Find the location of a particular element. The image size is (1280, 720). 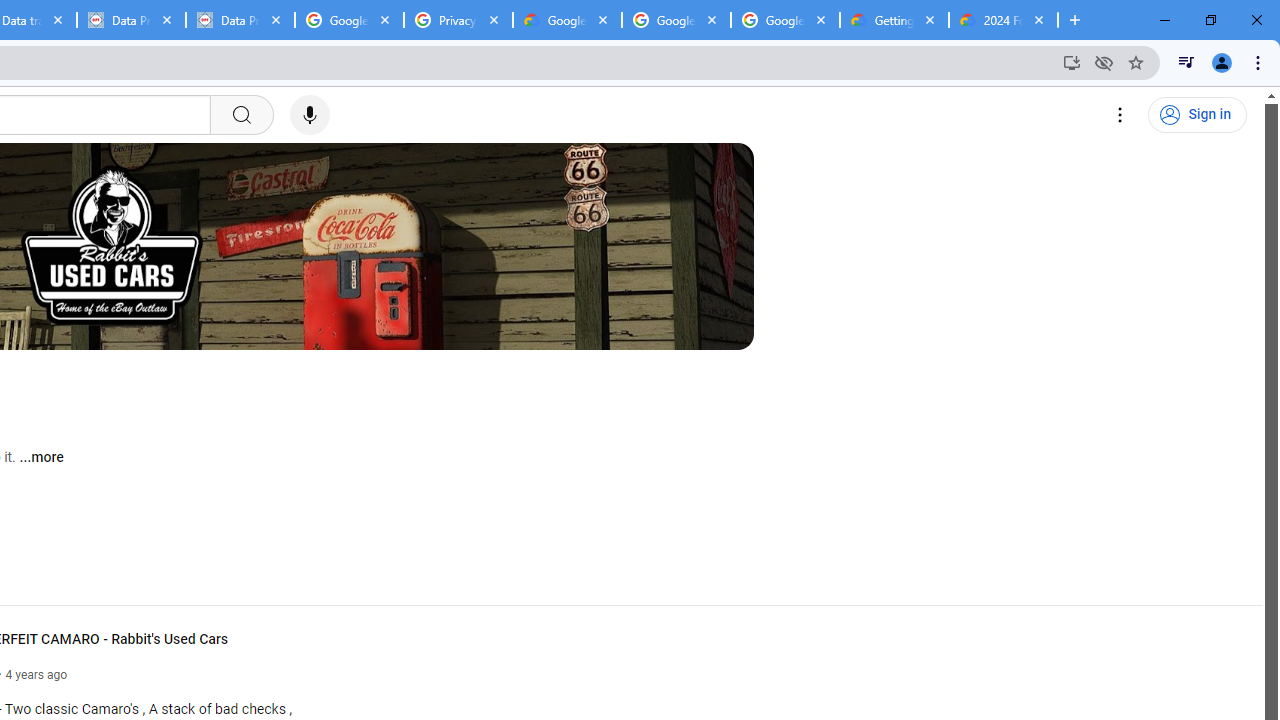

'Google Workspace - Specific Terms' is located at coordinates (676, 20).